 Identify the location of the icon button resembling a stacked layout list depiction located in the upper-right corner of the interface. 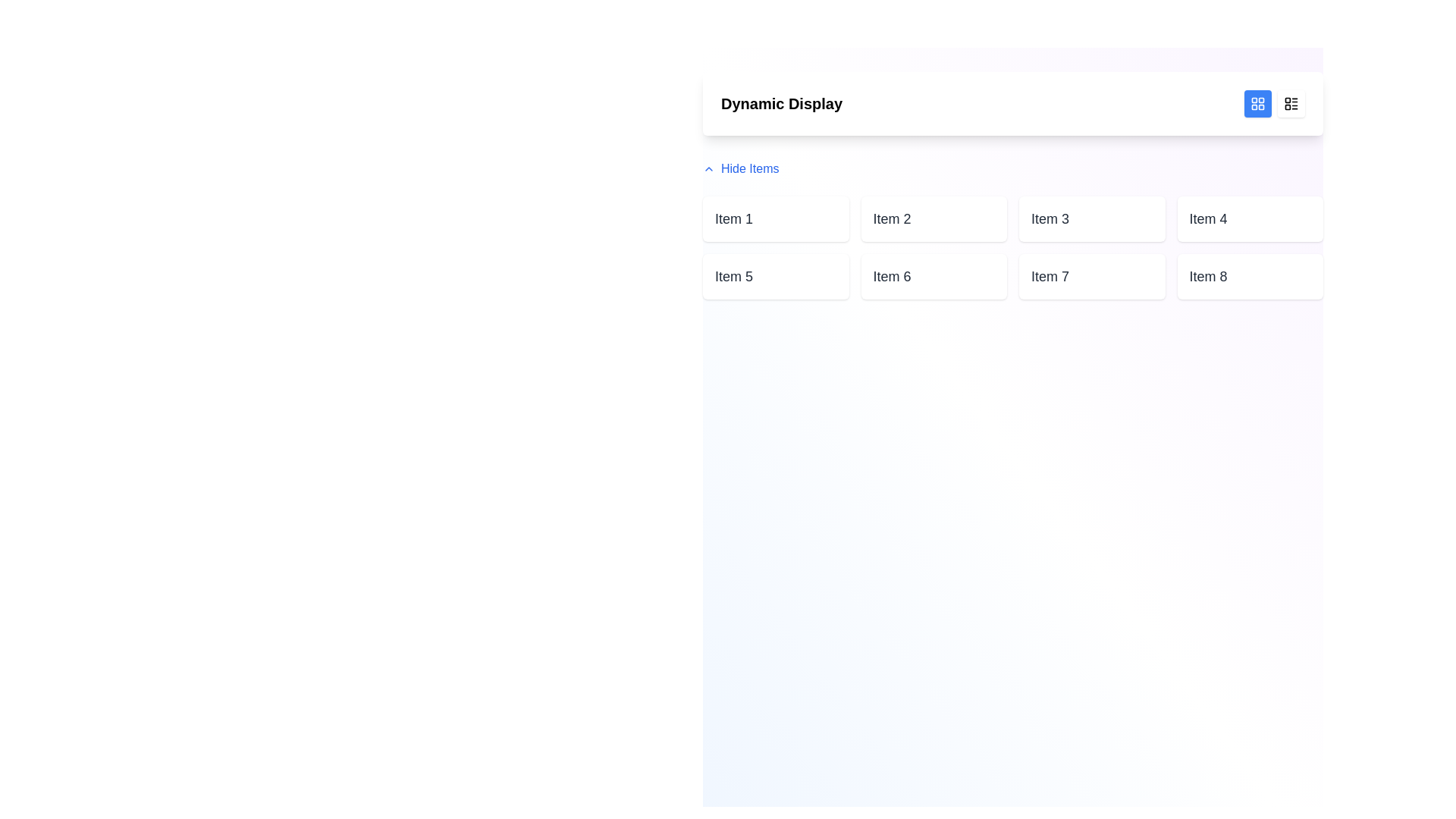
(1291, 103).